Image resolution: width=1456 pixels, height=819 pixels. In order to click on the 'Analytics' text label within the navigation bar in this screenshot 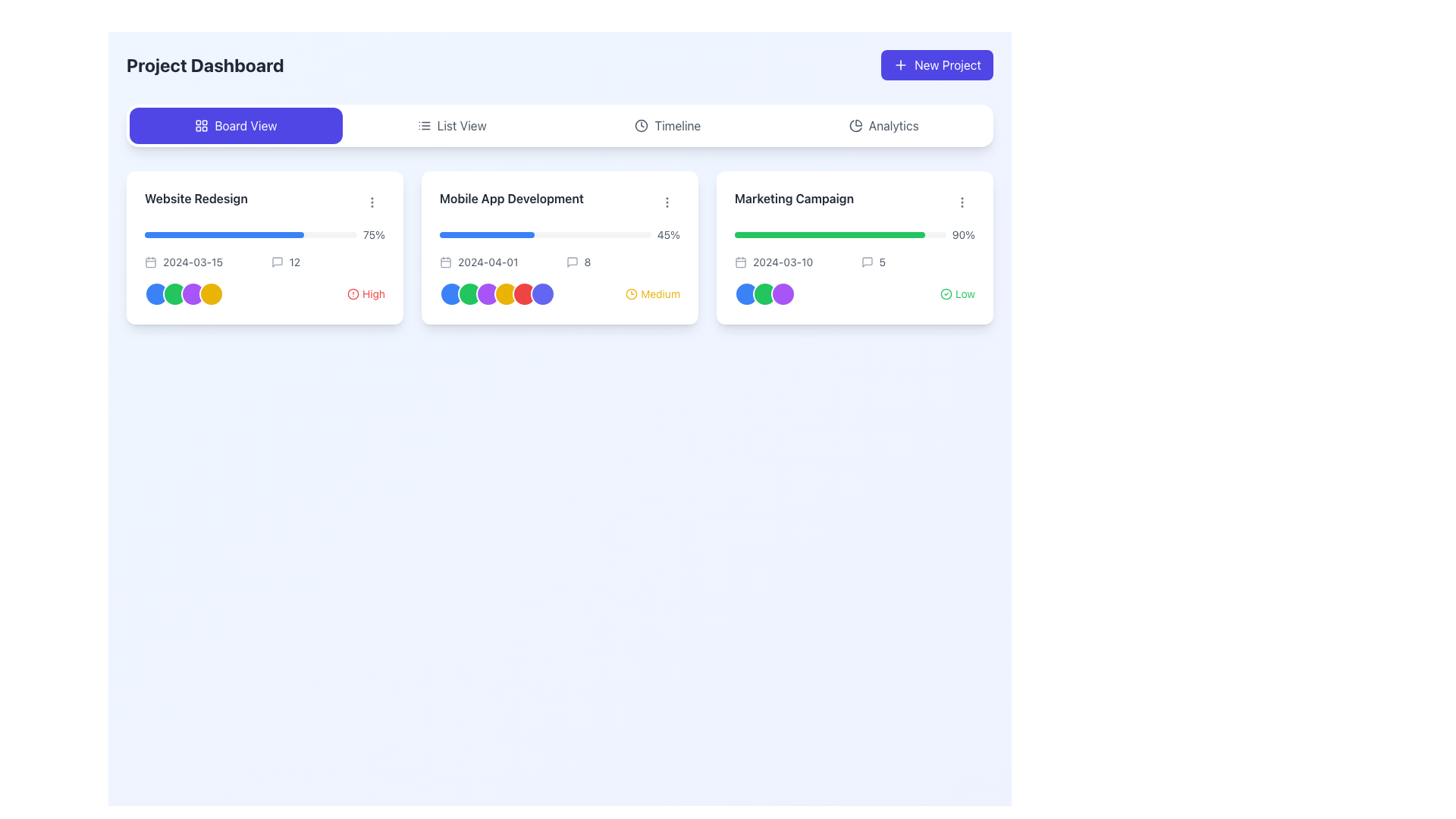, I will do `click(893, 124)`.